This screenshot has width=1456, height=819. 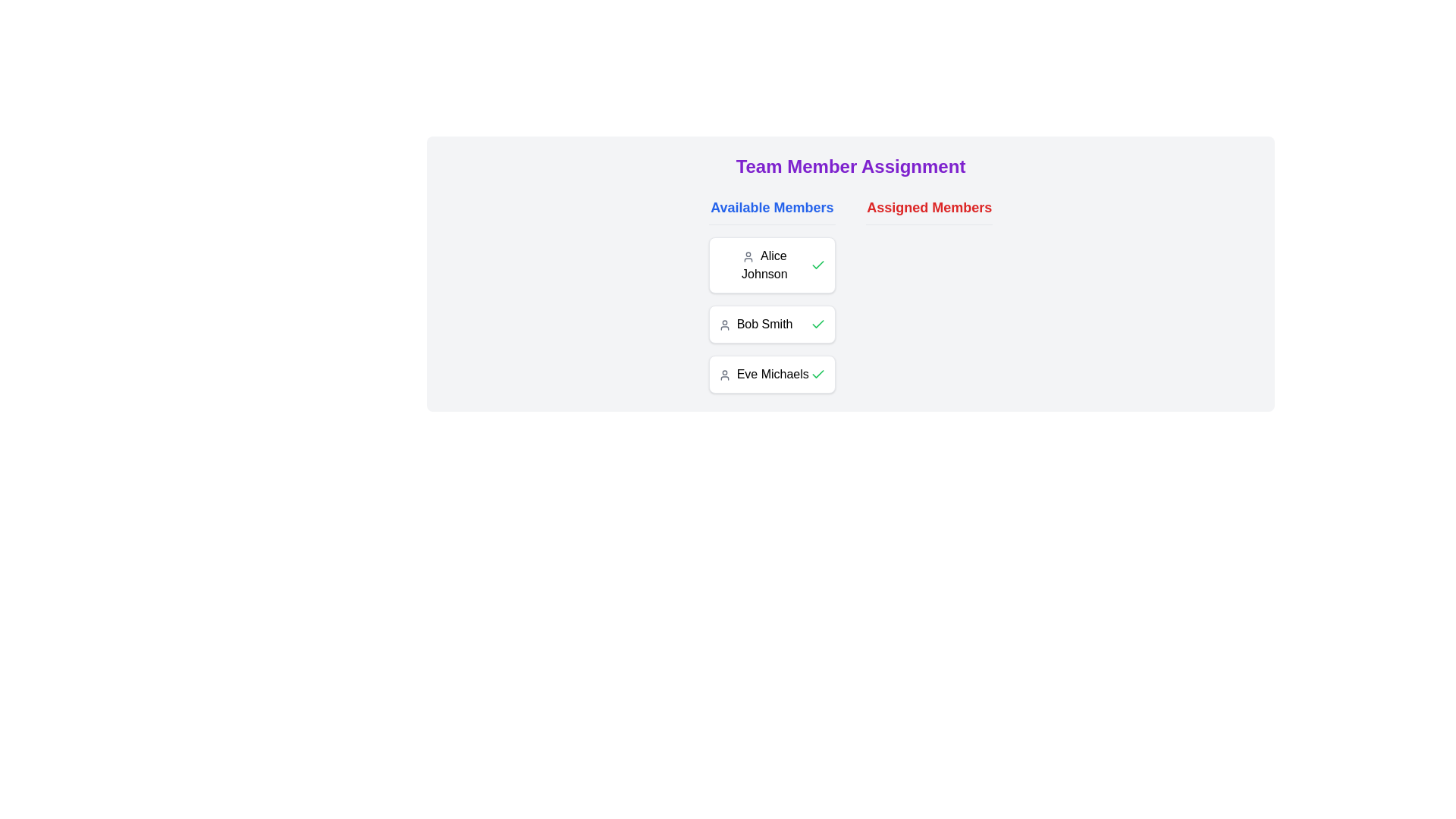 What do you see at coordinates (817, 263) in the screenshot?
I see `the selection state displayed by the checkmark icon indicating the assignment status of team member 'Bob Smith'` at bounding box center [817, 263].